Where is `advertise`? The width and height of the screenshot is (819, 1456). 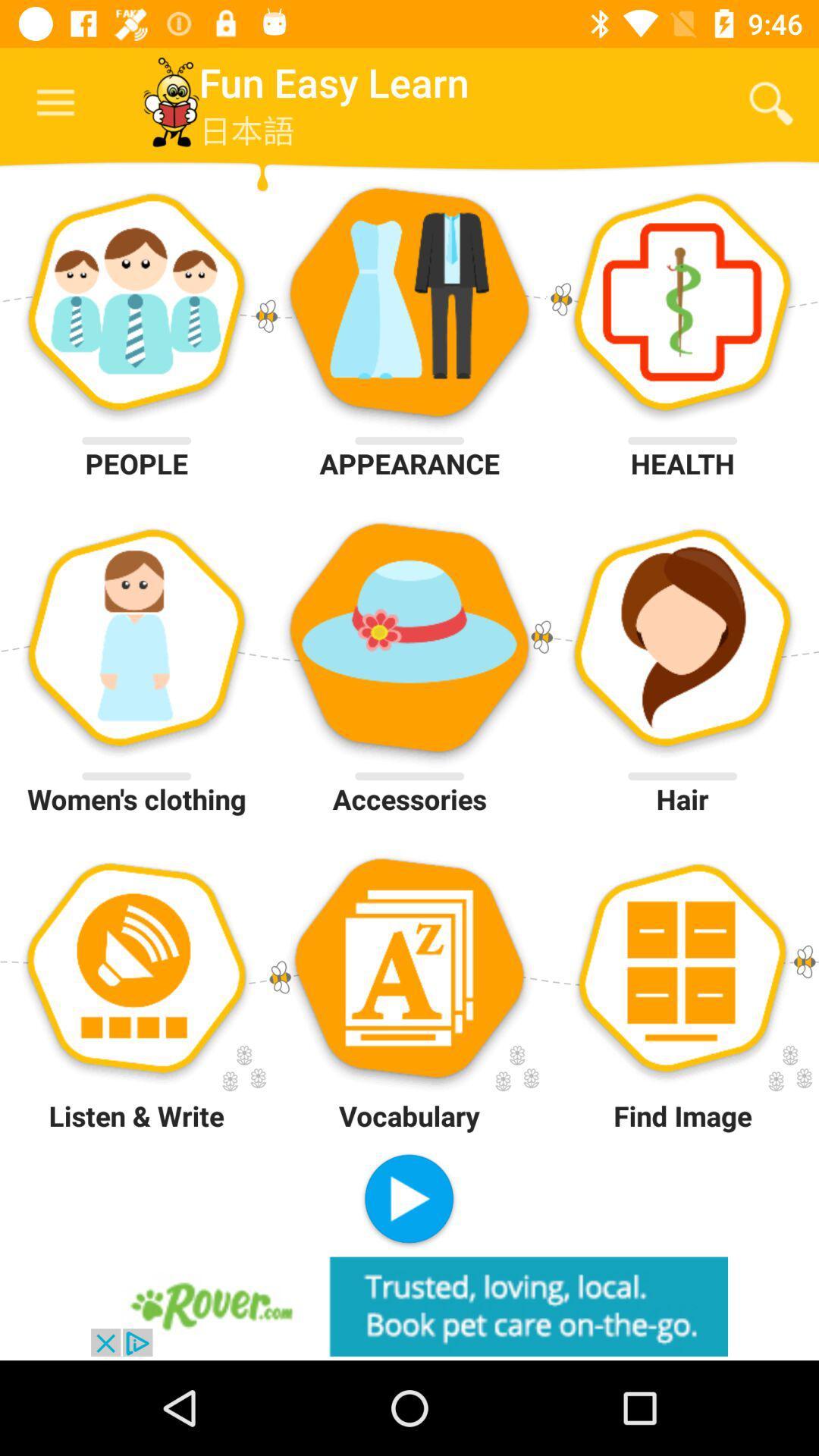 advertise is located at coordinates (409, 1306).